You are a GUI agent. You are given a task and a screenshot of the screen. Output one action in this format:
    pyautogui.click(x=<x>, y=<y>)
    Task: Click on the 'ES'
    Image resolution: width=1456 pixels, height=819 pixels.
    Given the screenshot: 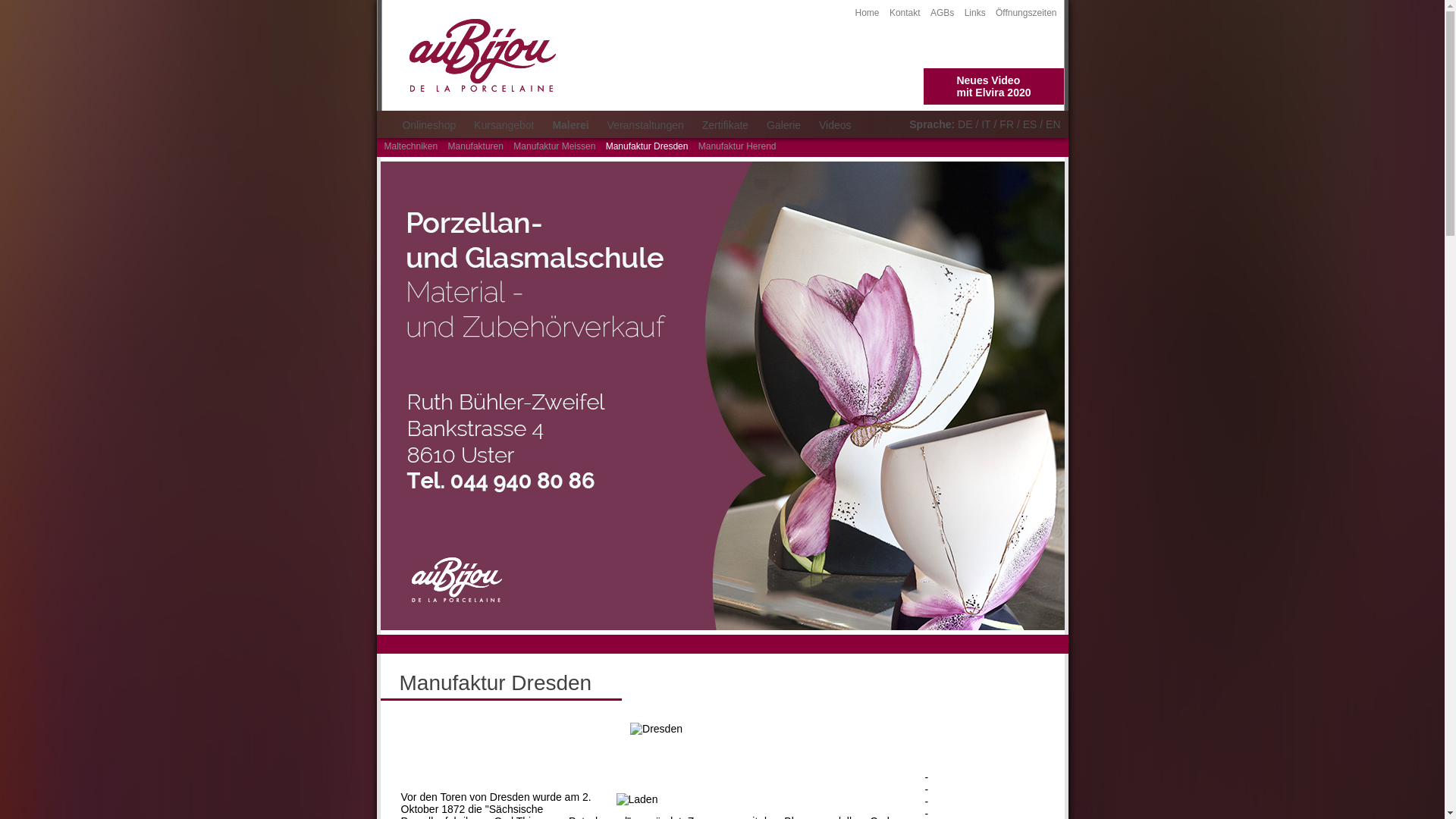 What is the action you would take?
    pyautogui.click(x=1030, y=124)
    